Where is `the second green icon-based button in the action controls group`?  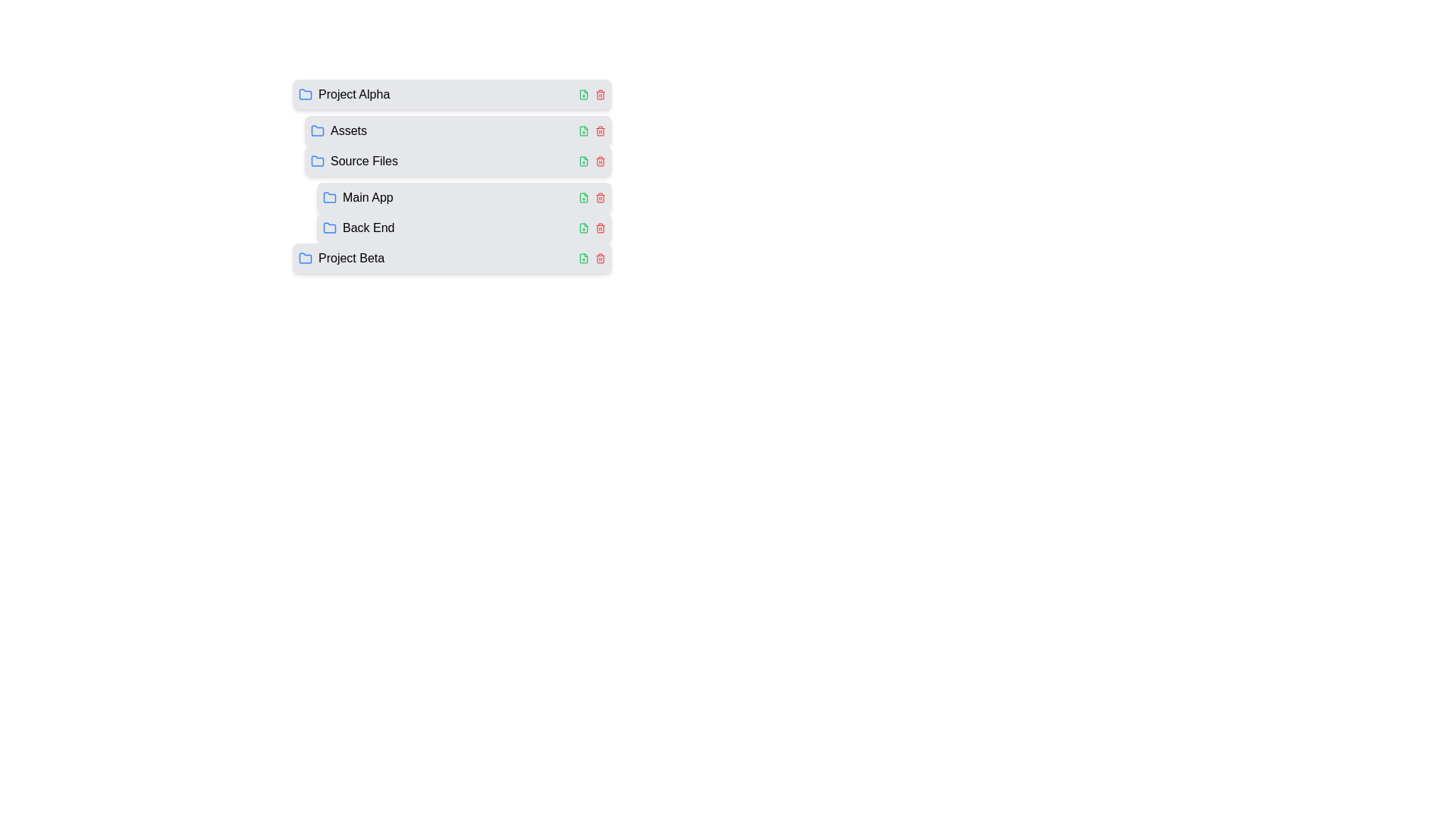
the second green icon-based button in the action controls group is located at coordinates (582, 257).